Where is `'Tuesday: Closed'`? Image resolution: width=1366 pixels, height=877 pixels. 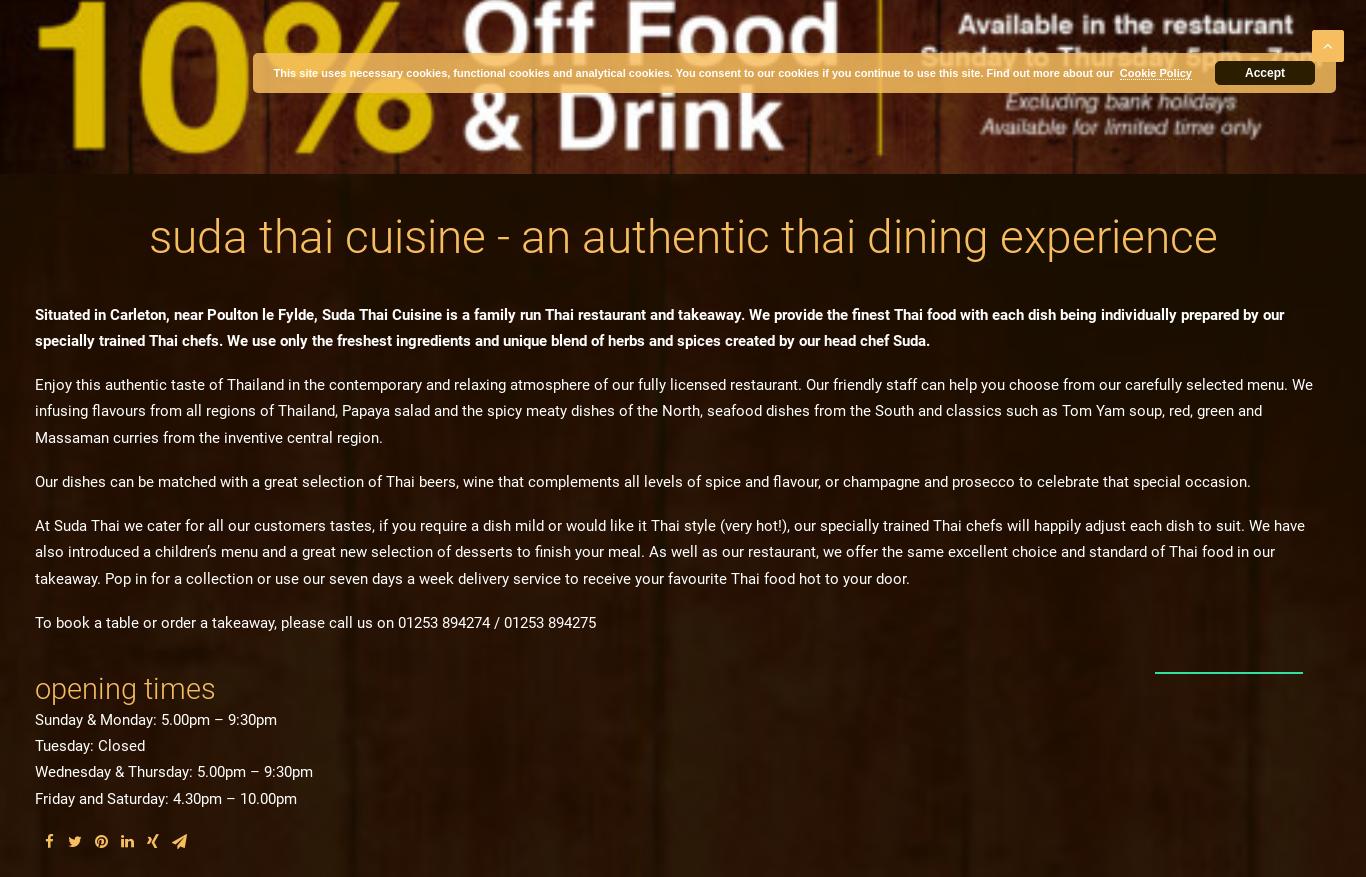 'Tuesday: Closed' is located at coordinates (90, 745).